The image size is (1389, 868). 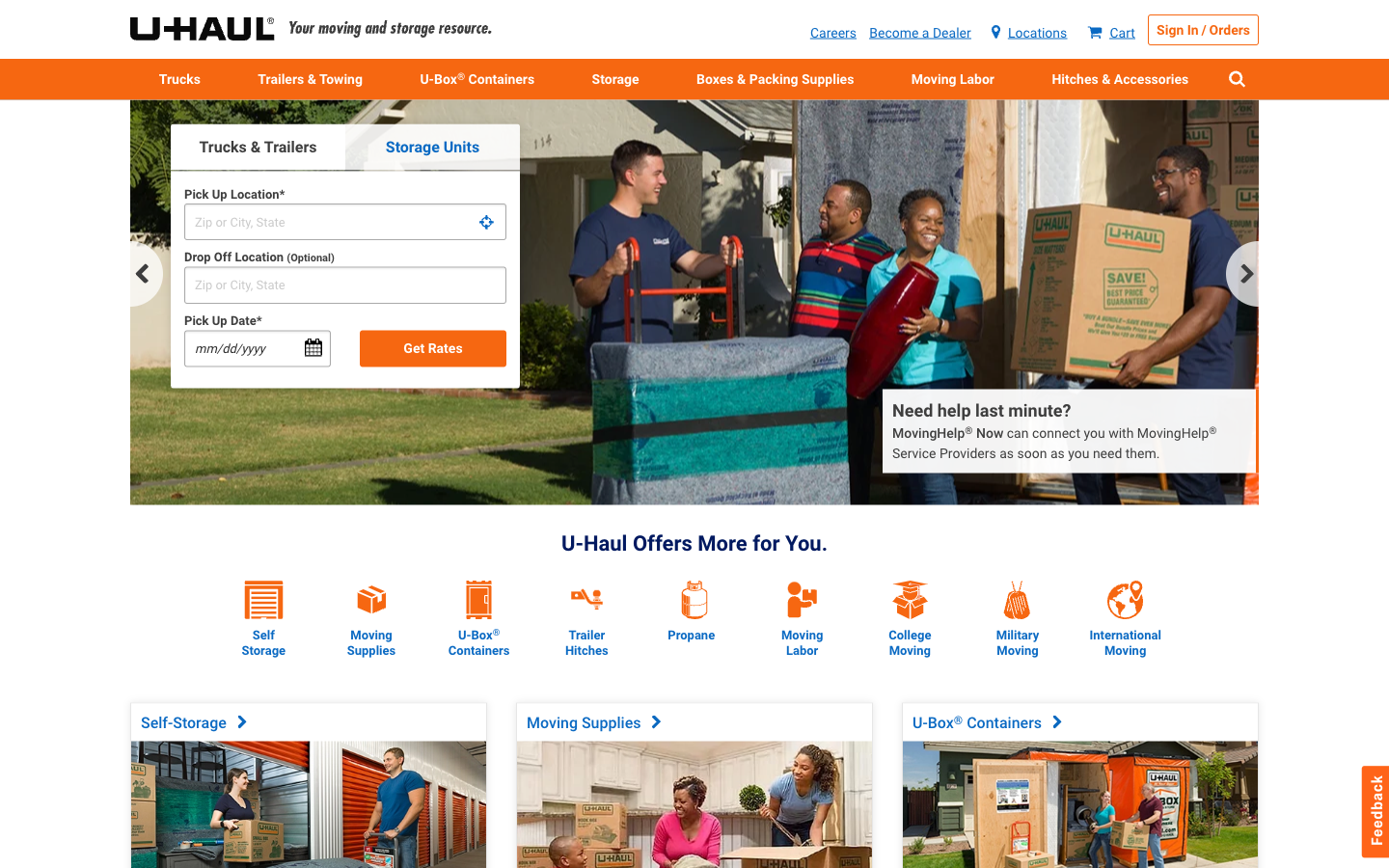 I want to click on Search for the box prices, so click(x=370, y=583).